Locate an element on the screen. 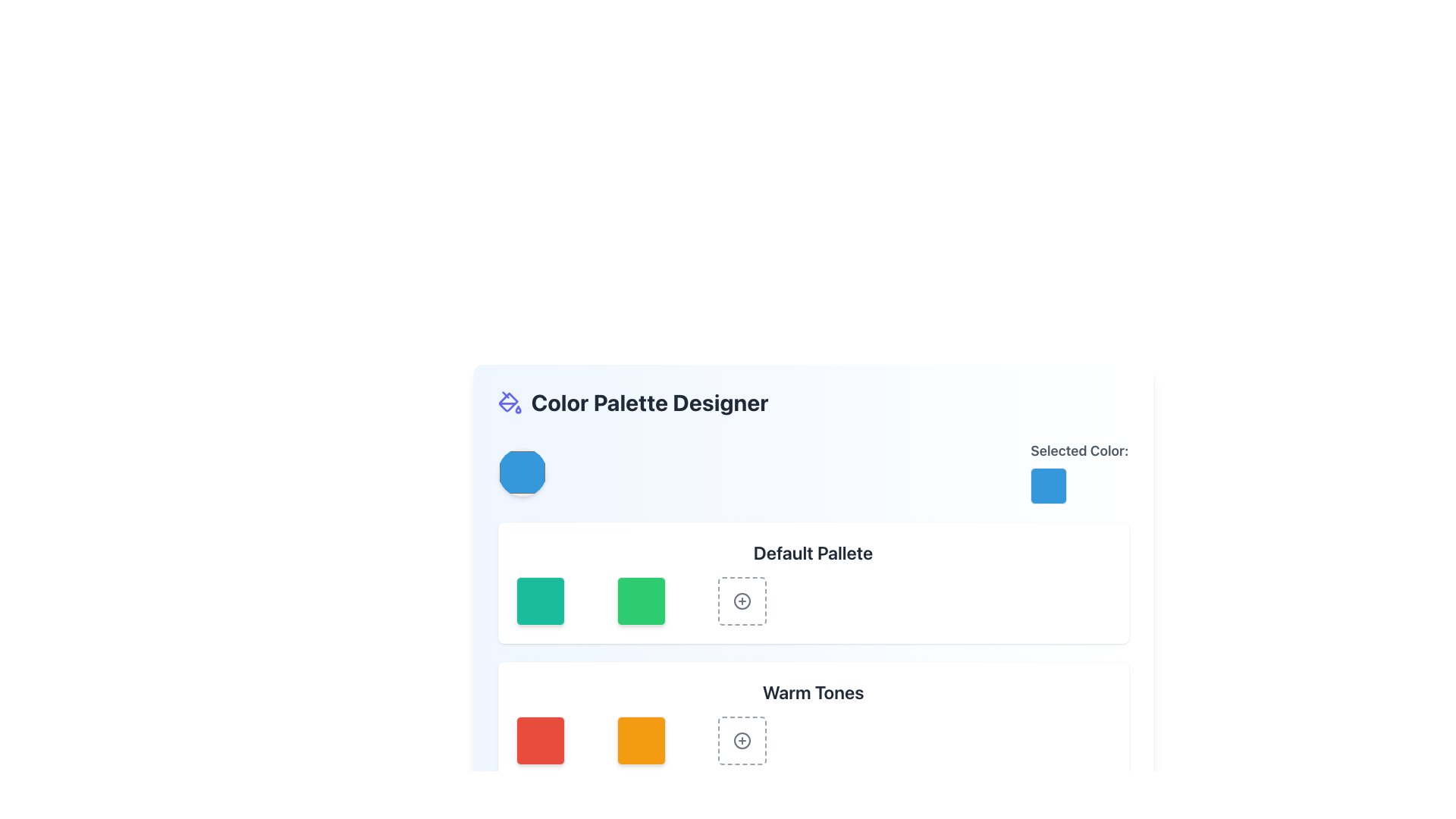 Image resolution: width=1456 pixels, height=819 pixels. the vibrant orange color swatch with rounded corners located under the 'Warm Tones' section of the 'Color Palette Designer' interface is located at coordinates (641, 739).